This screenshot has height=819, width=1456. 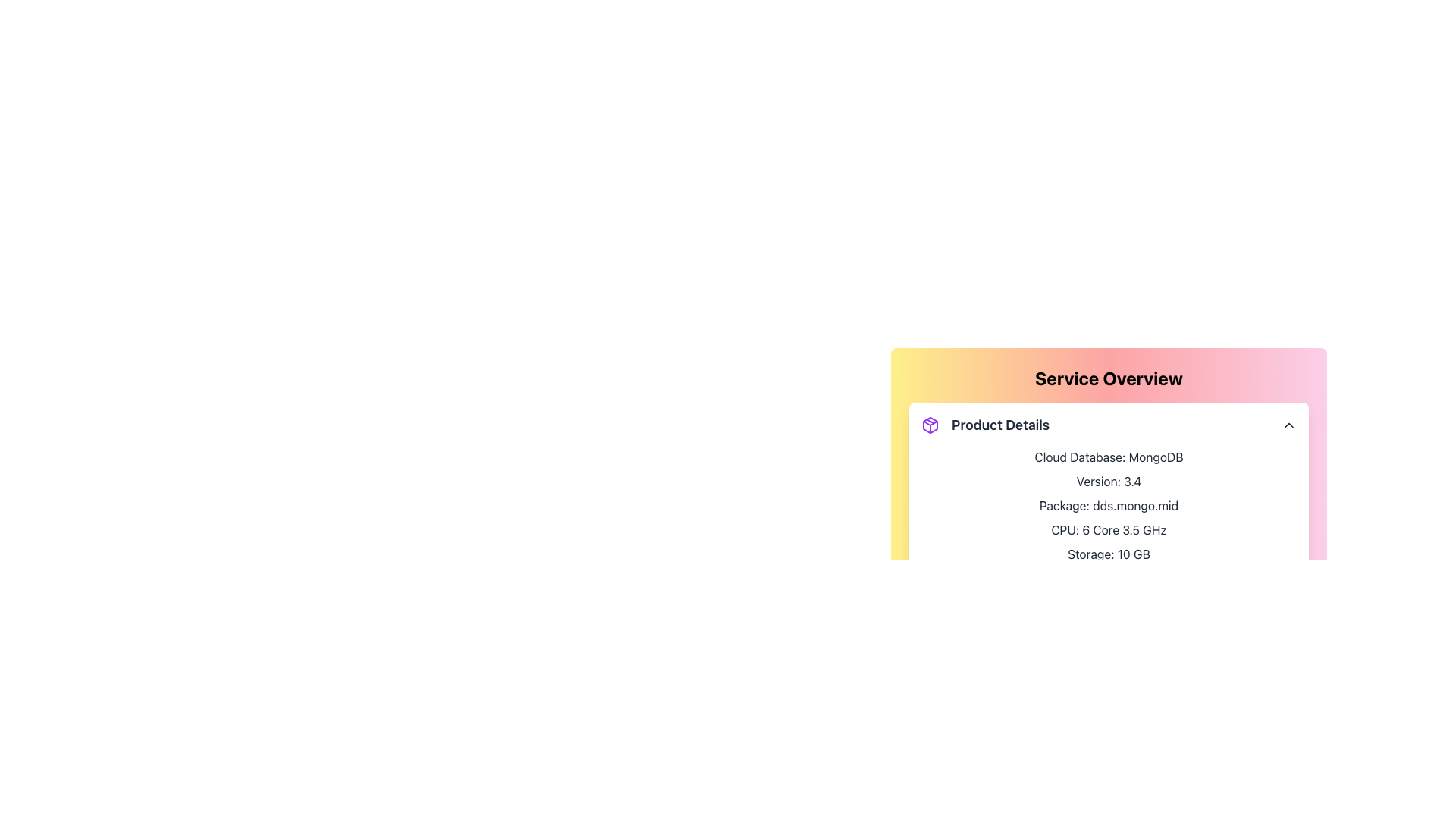 What do you see at coordinates (1109, 529) in the screenshot?
I see `CPU specifications displayed as 'CPU: 6 Core 3.5 GHz' in the 'Product Details' section under 'Service Overview'` at bounding box center [1109, 529].